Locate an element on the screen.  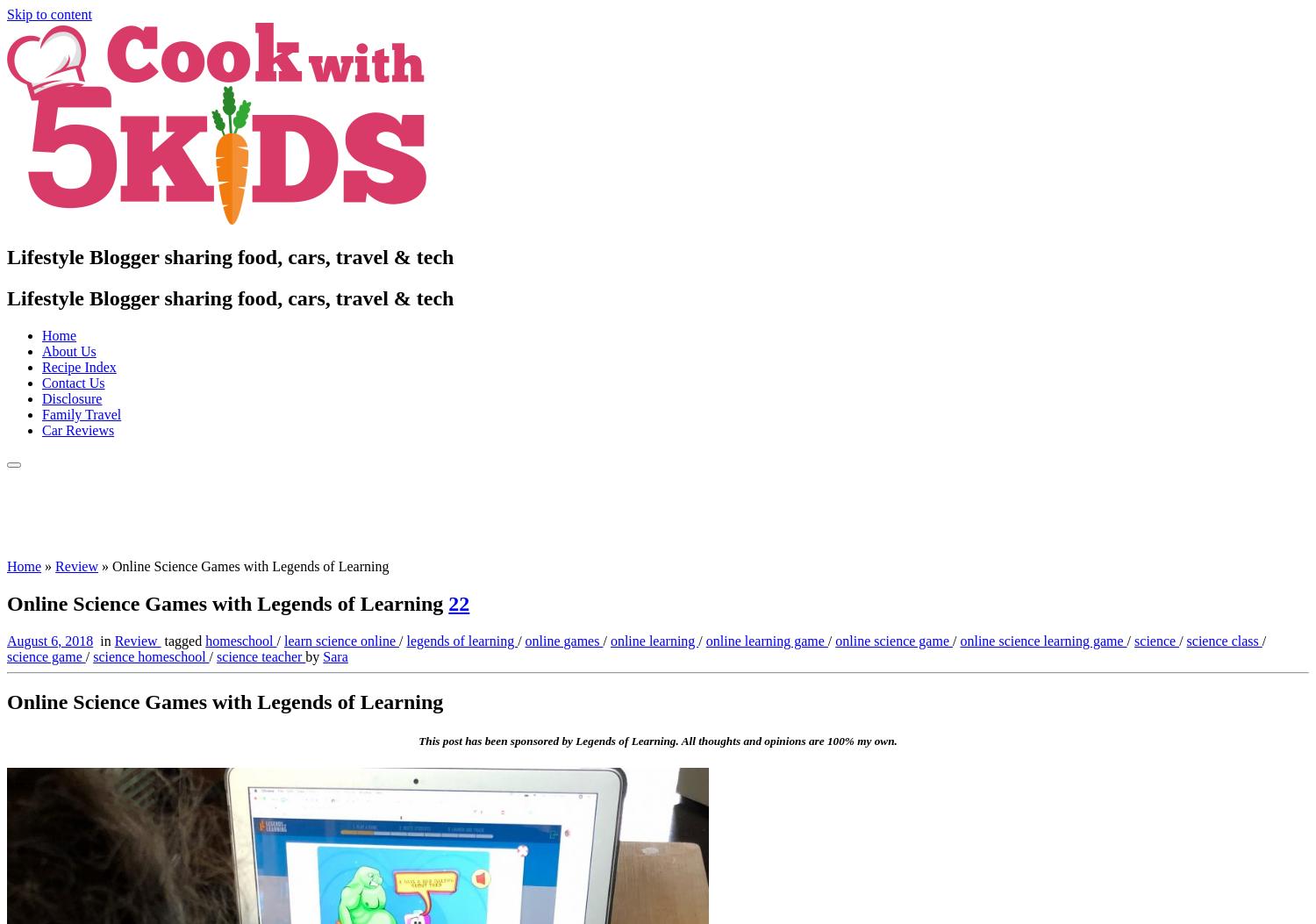
'science teacher' is located at coordinates (261, 655).